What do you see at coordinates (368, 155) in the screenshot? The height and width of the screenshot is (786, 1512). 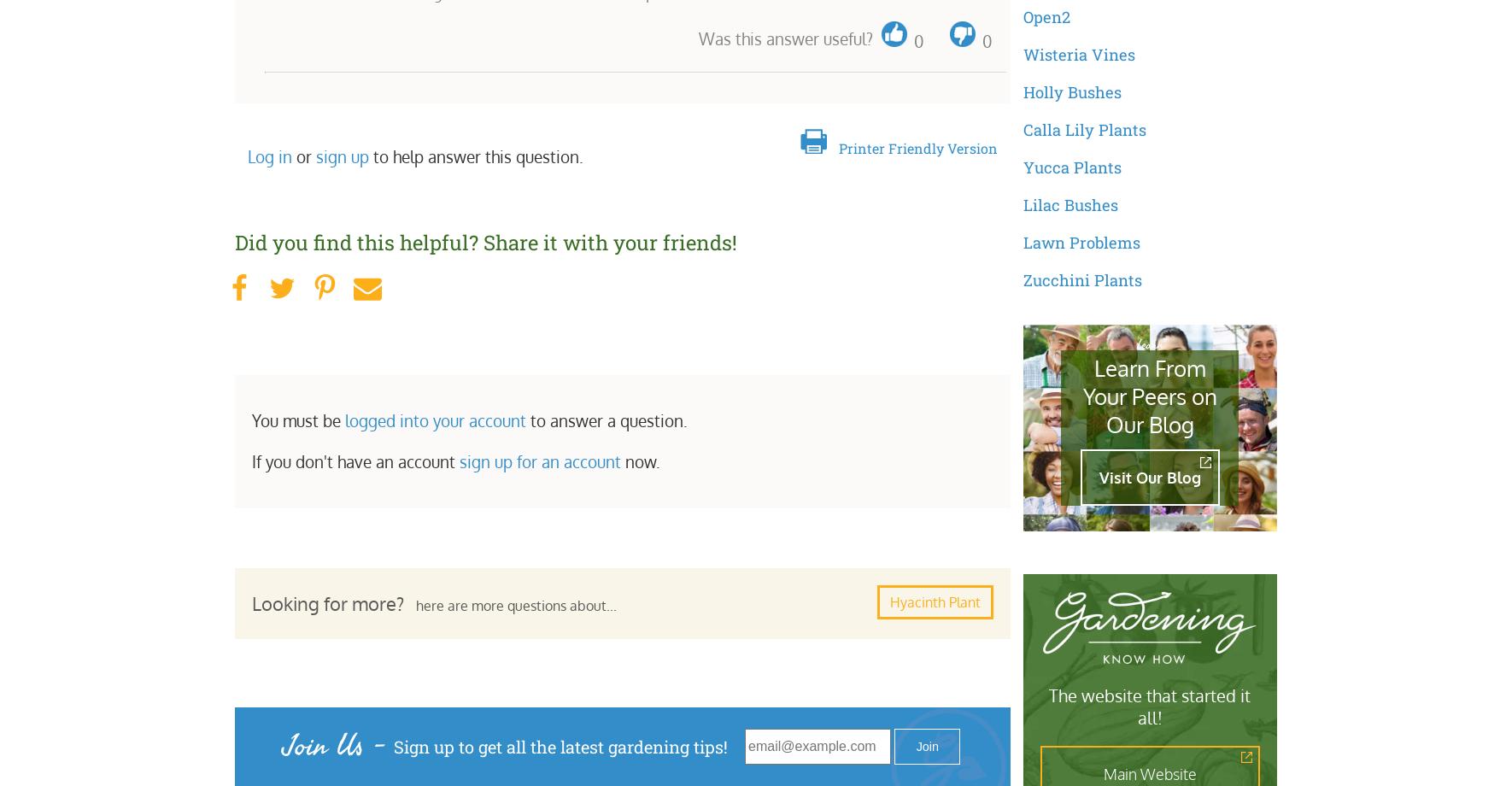 I see `'to help answer this question.'` at bounding box center [368, 155].